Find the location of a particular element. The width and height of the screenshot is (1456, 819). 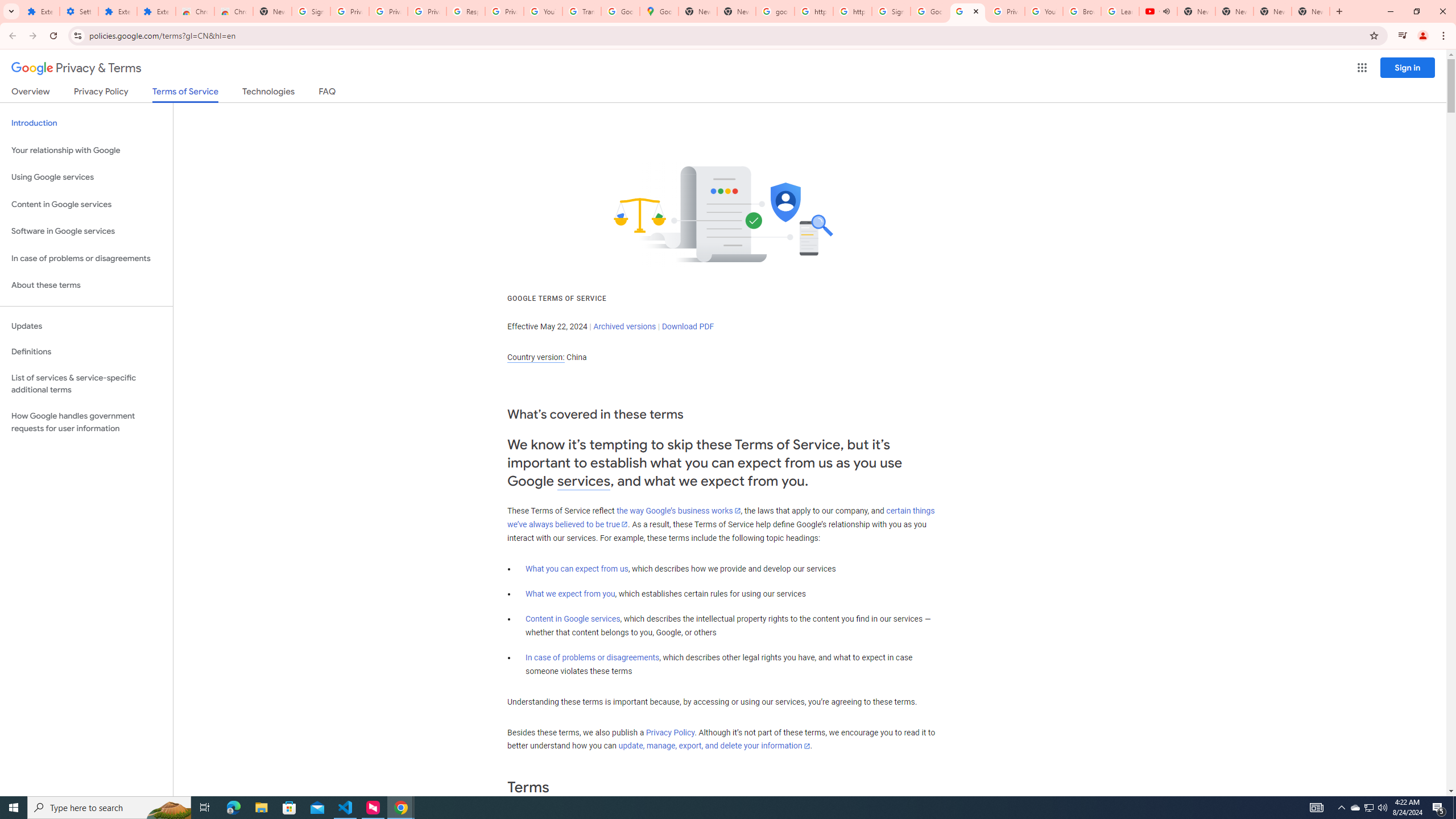

'Chrome Web Store' is located at coordinates (195, 11).